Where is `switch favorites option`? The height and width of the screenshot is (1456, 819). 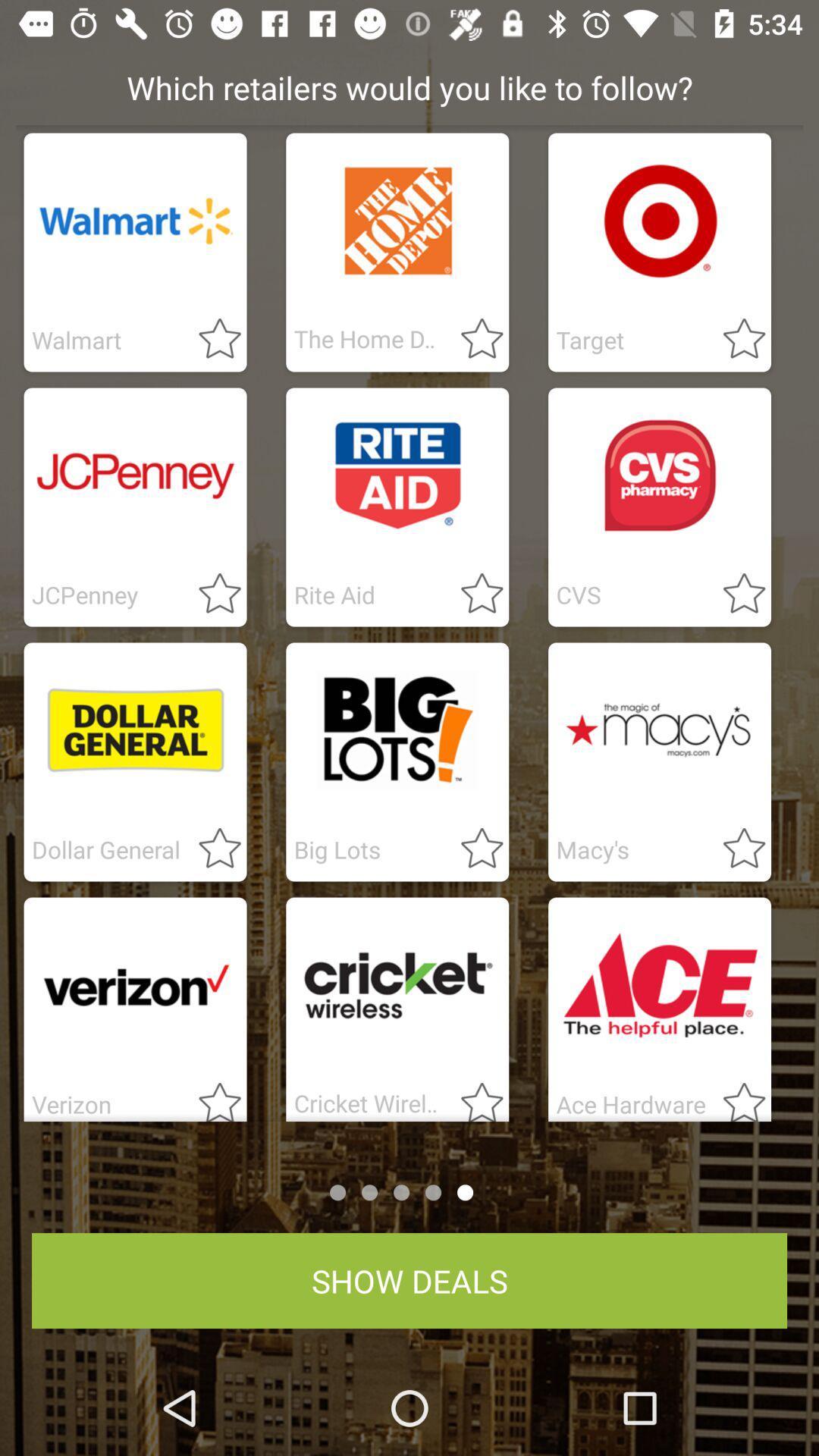
switch favorites option is located at coordinates (734, 849).